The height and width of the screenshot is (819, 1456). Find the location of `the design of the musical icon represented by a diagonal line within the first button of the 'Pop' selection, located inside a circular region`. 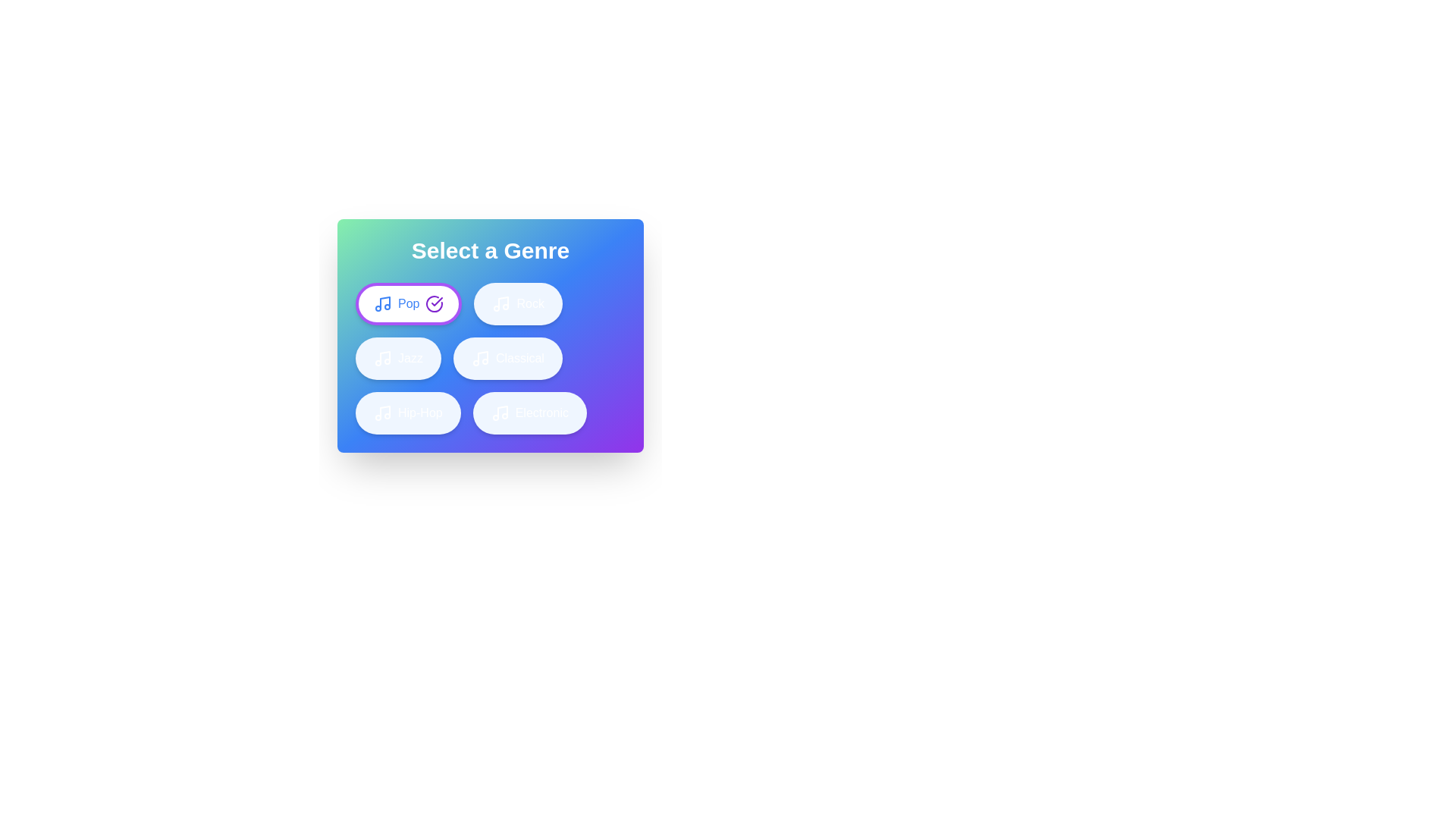

the design of the musical icon represented by a diagonal line within the first button of the 'Pop' selection, located inside a circular region is located at coordinates (385, 303).